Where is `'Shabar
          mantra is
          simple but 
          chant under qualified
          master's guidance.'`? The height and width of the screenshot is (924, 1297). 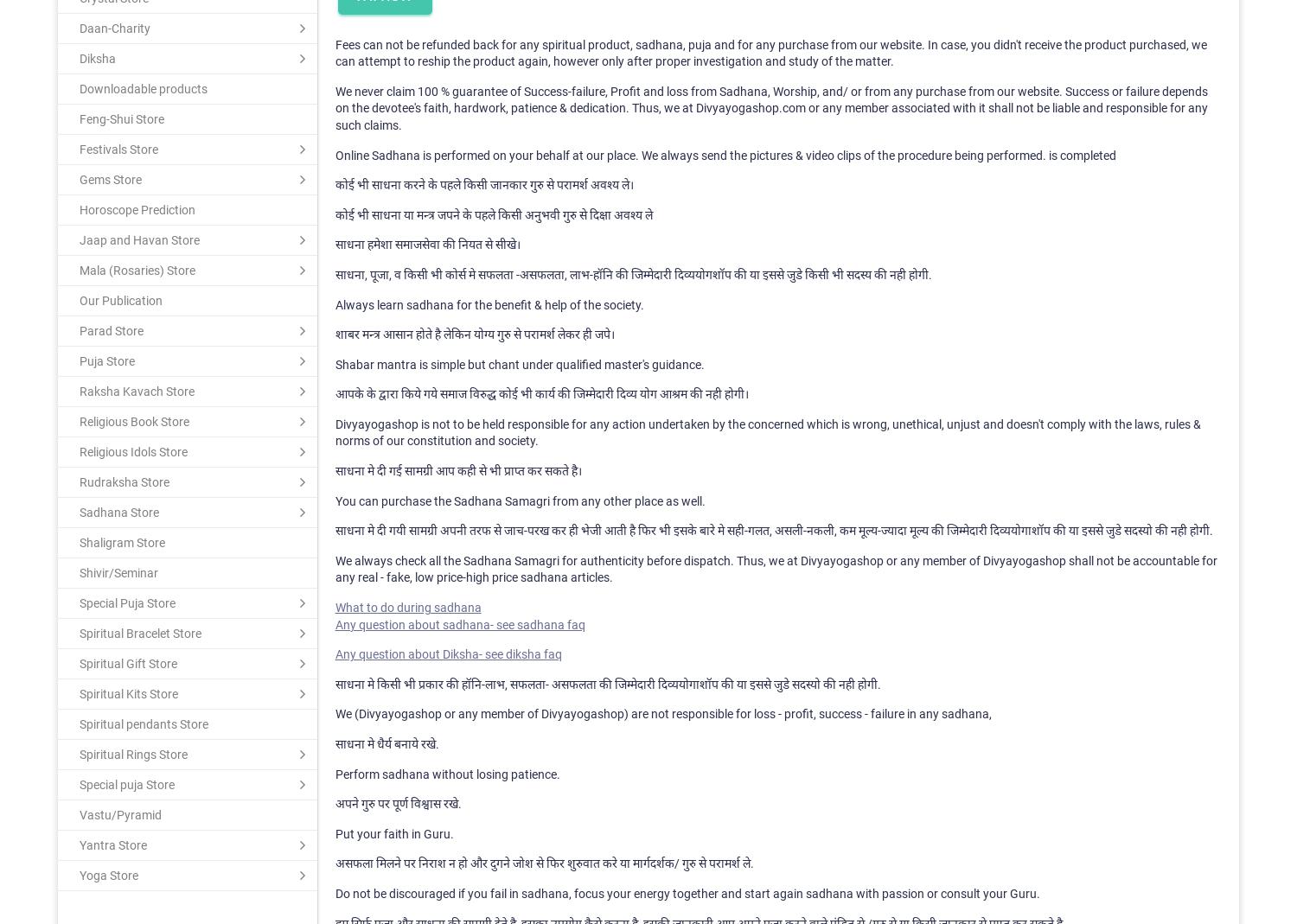 'Shabar
          mantra is
          simple but 
          chant under qualified
          master's guidance.' is located at coordinates (518, 363).